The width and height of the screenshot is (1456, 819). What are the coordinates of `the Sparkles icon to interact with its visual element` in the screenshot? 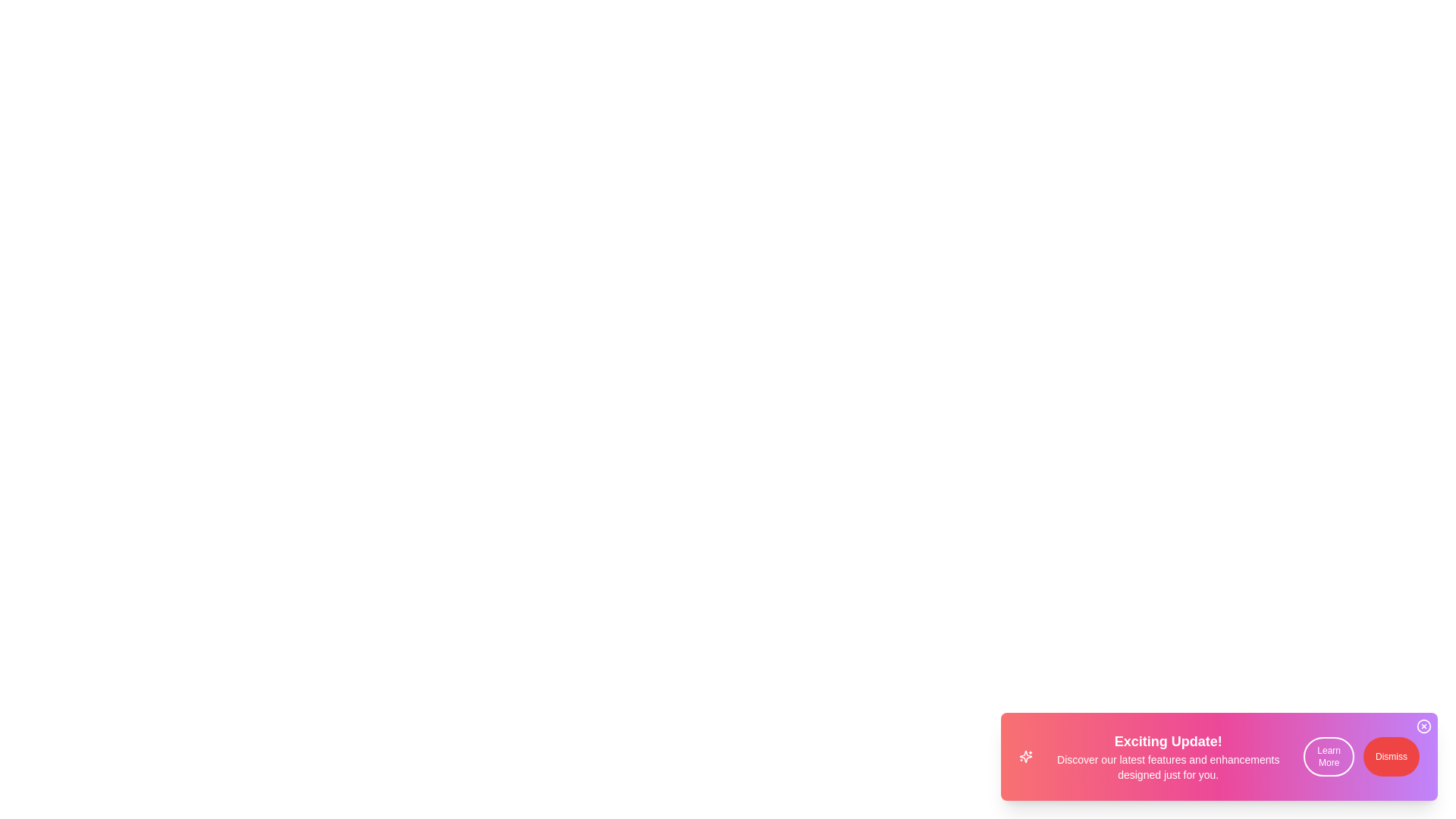 It's located at (1026, 757).